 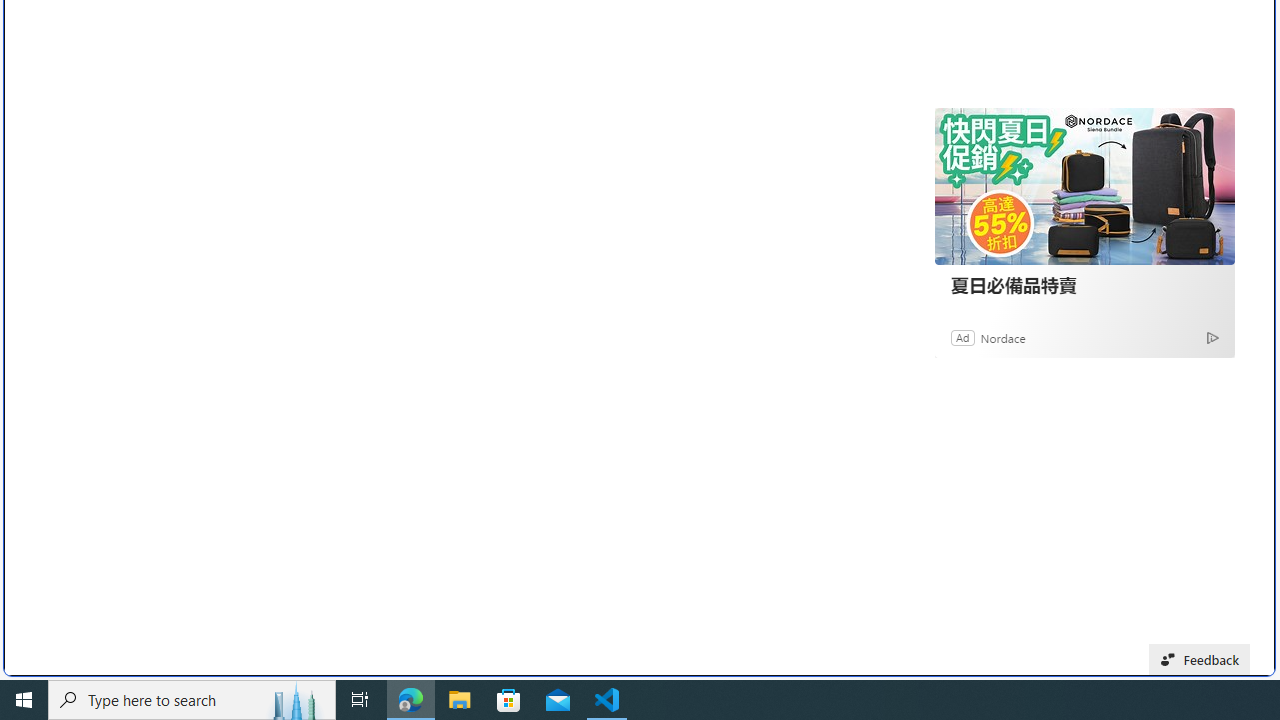 What do you see at coordinates (1200, 659) in the screenshot?
I see `'Feedback'` at bounding box center [1200, 659].